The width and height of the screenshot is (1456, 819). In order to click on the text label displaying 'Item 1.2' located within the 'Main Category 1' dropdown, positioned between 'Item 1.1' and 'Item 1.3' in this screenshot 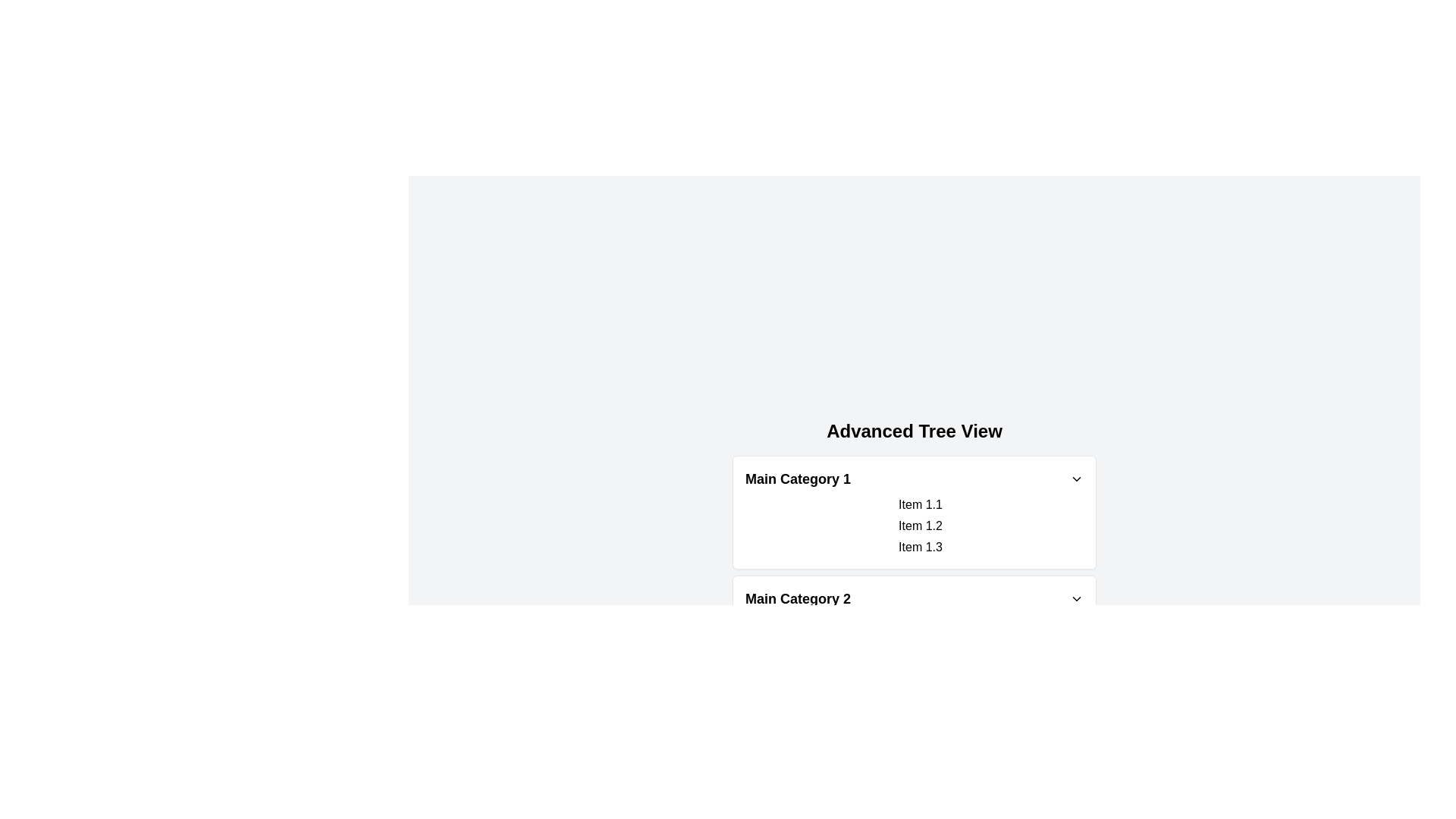, I will do `click(920, 526)`.